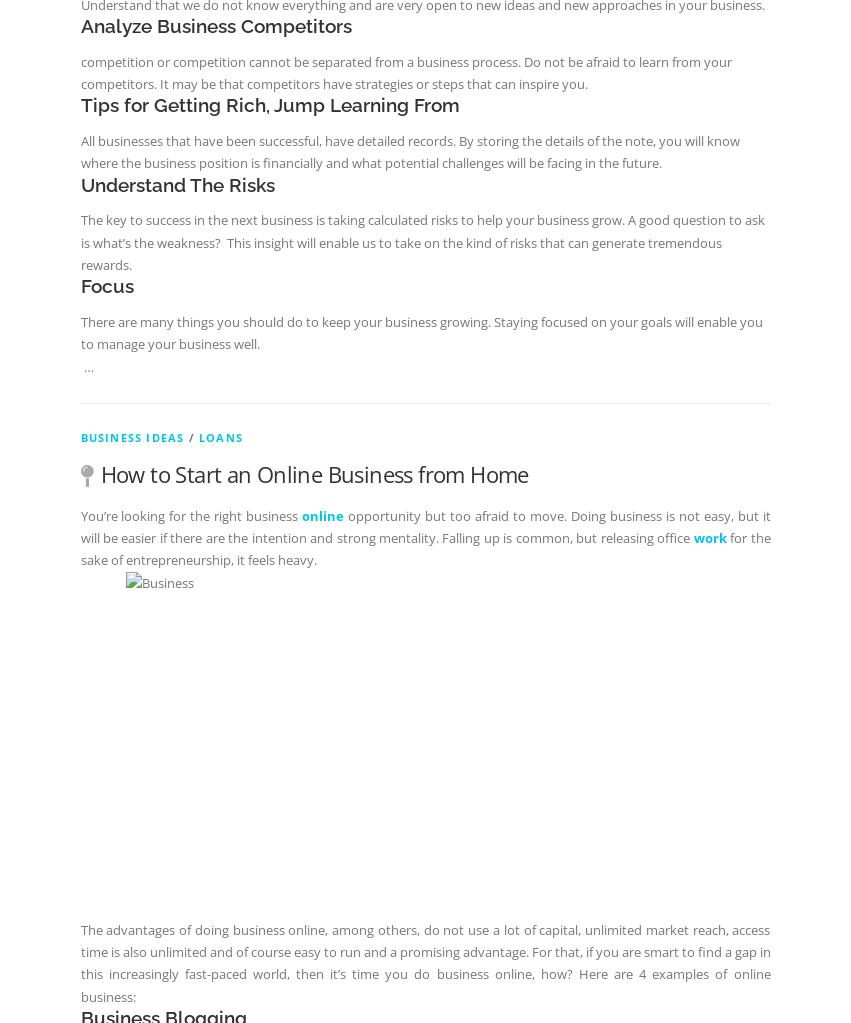 The width and height of the screenshot is (851, 1023). What do you see at coordinates (302, 513) in the screenshot?
I see `'online'` at bounding box center [302, 513].